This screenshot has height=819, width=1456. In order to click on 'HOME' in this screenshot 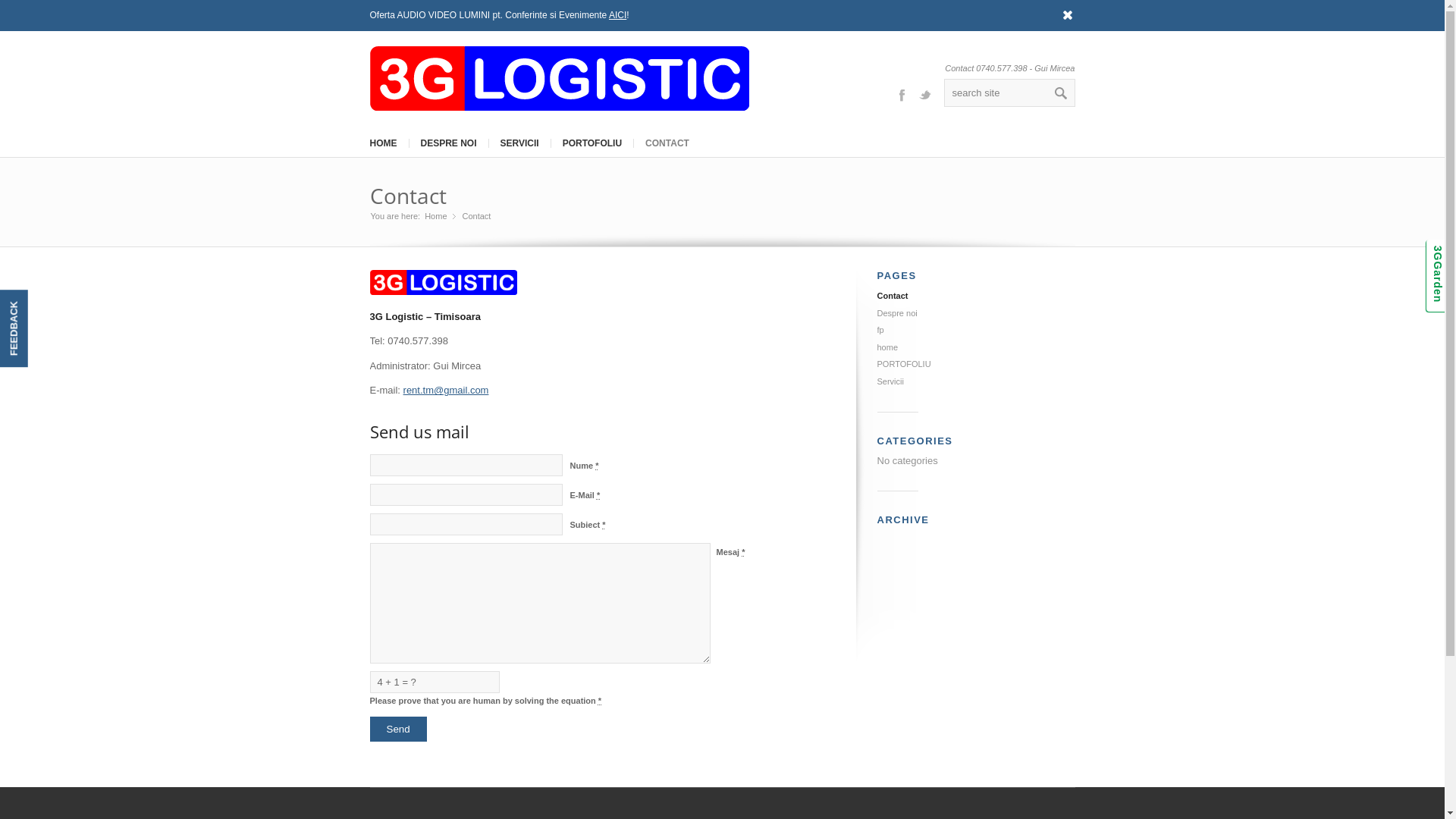, I will do `click(382, 143)`.